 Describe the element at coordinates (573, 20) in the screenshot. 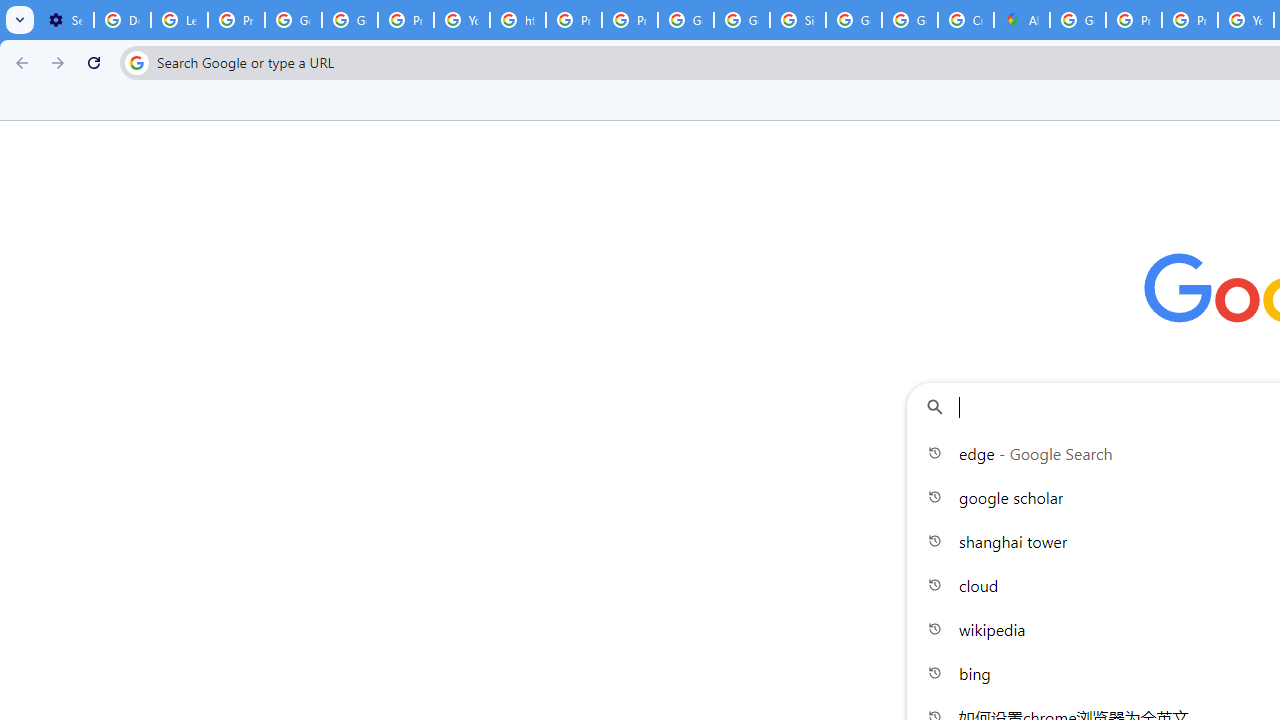

I see `'Privacy Help Center - Policies Help'` at that location.